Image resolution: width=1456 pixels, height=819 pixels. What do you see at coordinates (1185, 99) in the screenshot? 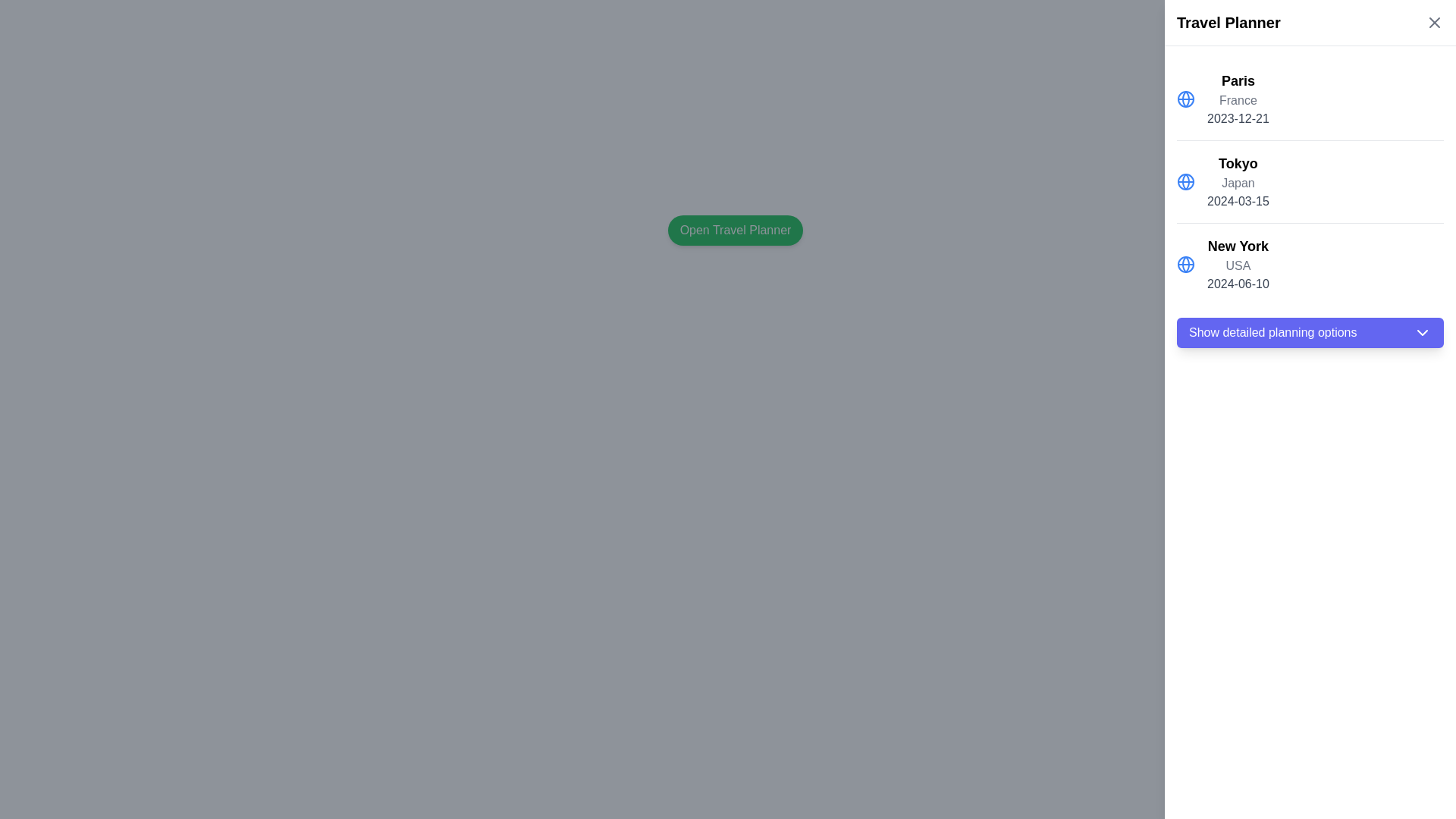
I see `the globe icon located in the sidebar under the 'Travel Planner' section, which is the first icon in the vertical list appearing directly to the left of the title 'Paris'` at bounding box center [1185, 99].